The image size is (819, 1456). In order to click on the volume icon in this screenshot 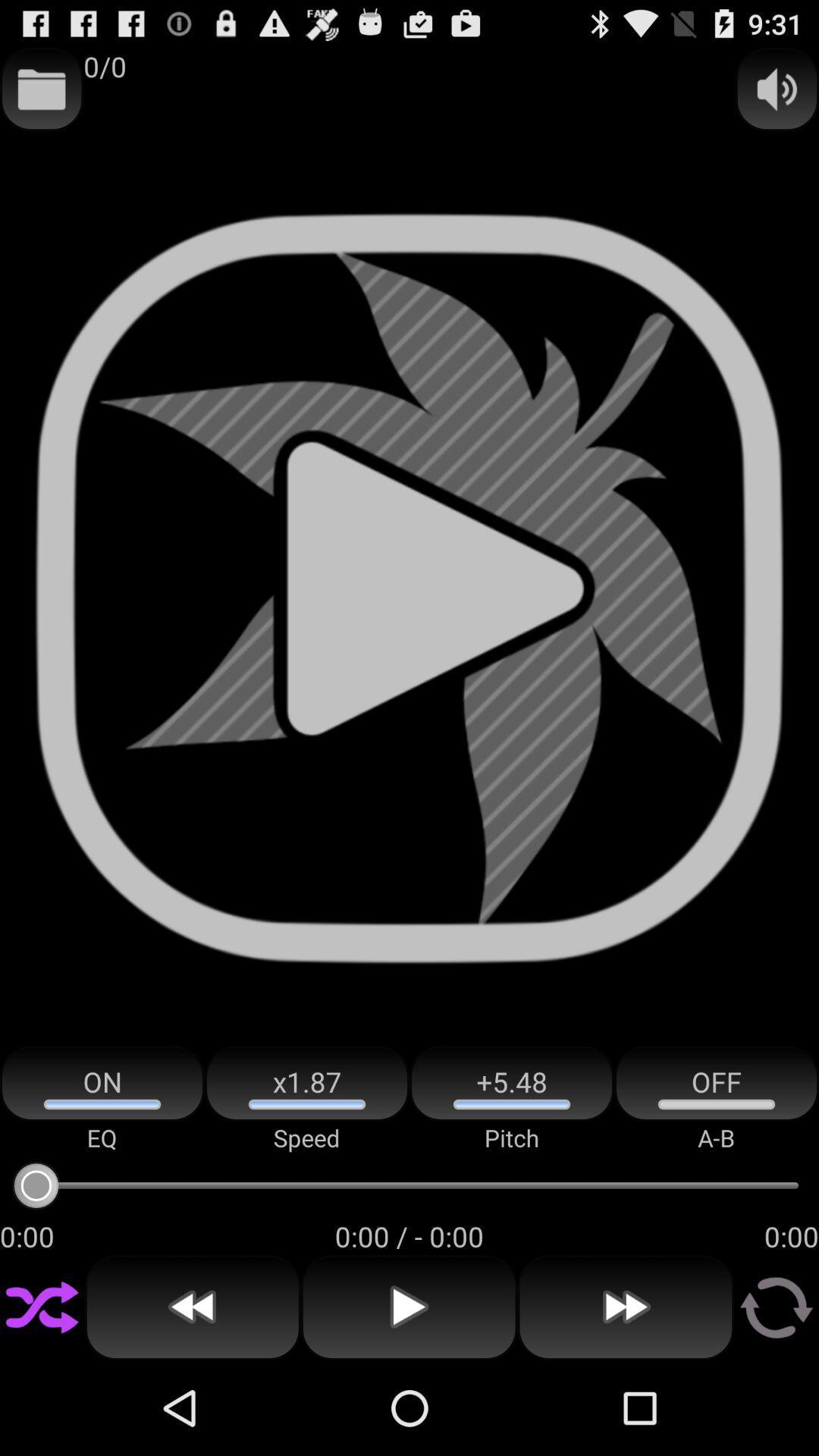, I will do `click(777, 95)`.